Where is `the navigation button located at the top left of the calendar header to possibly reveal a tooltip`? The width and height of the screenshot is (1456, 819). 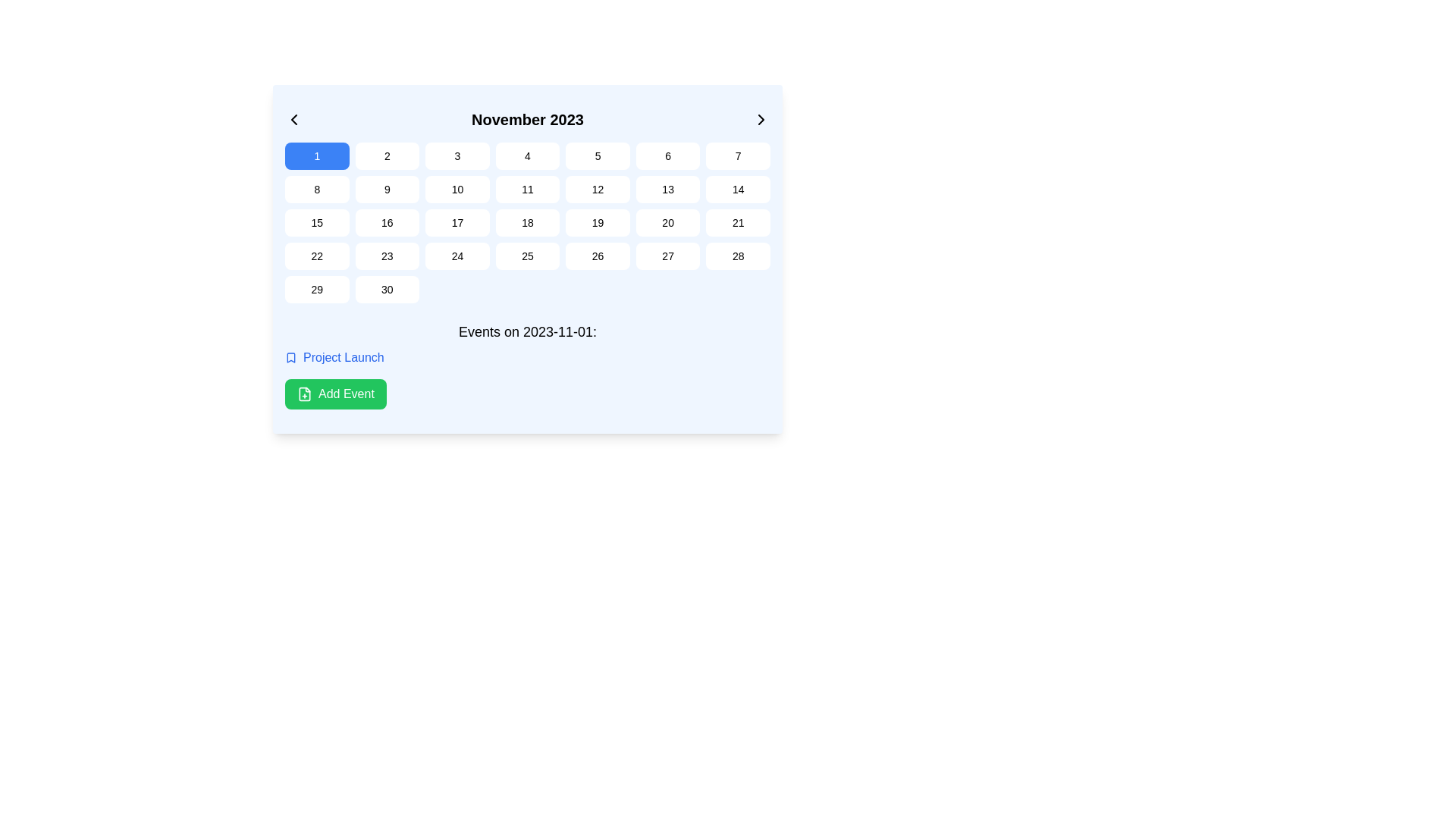 the navigation button located at the top left of the calendar header to possibly reveal a tooltip is located at coordinates (294, 119).